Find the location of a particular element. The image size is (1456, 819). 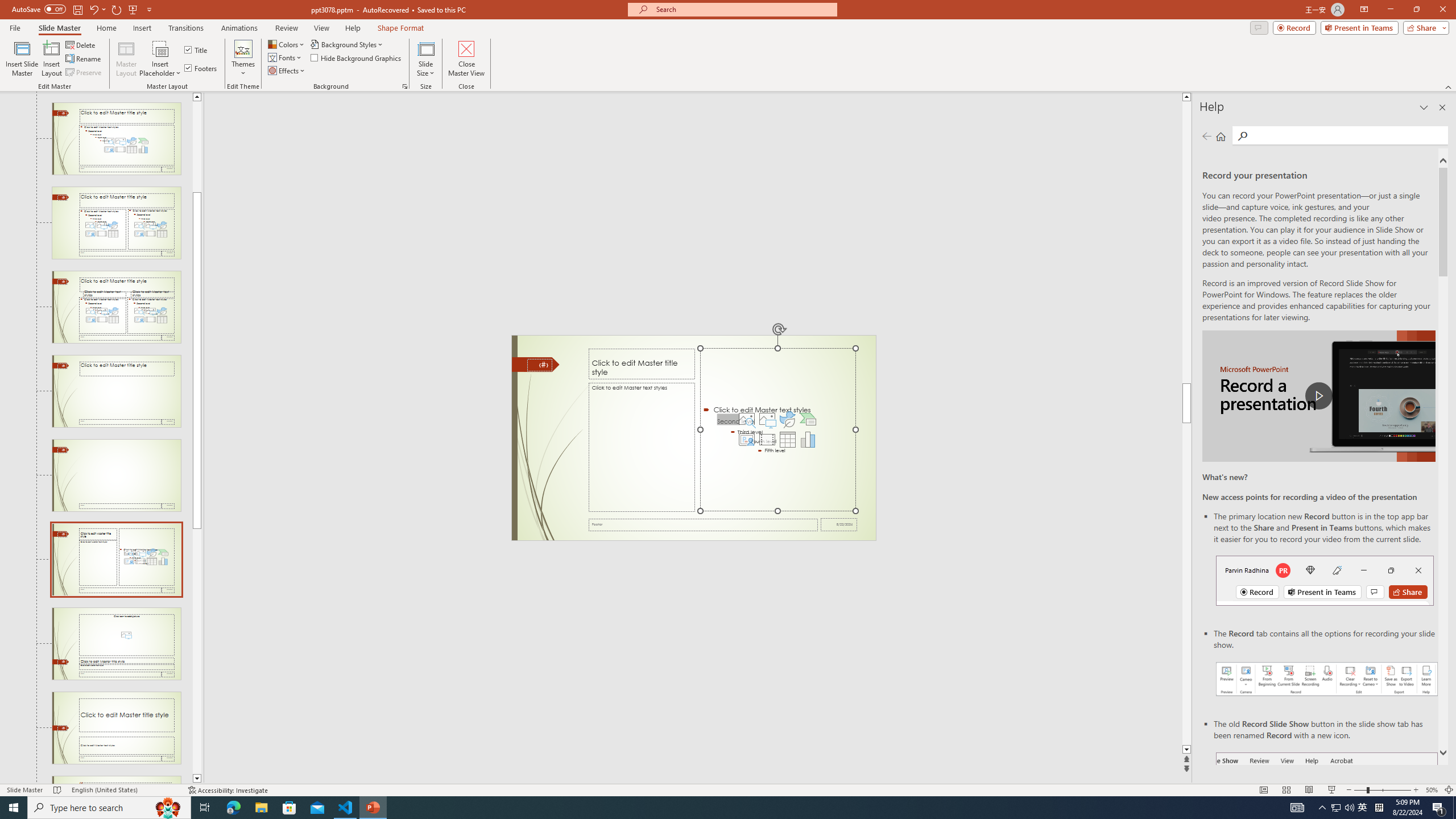

'Fonts' is located at coordinates (286, 56).